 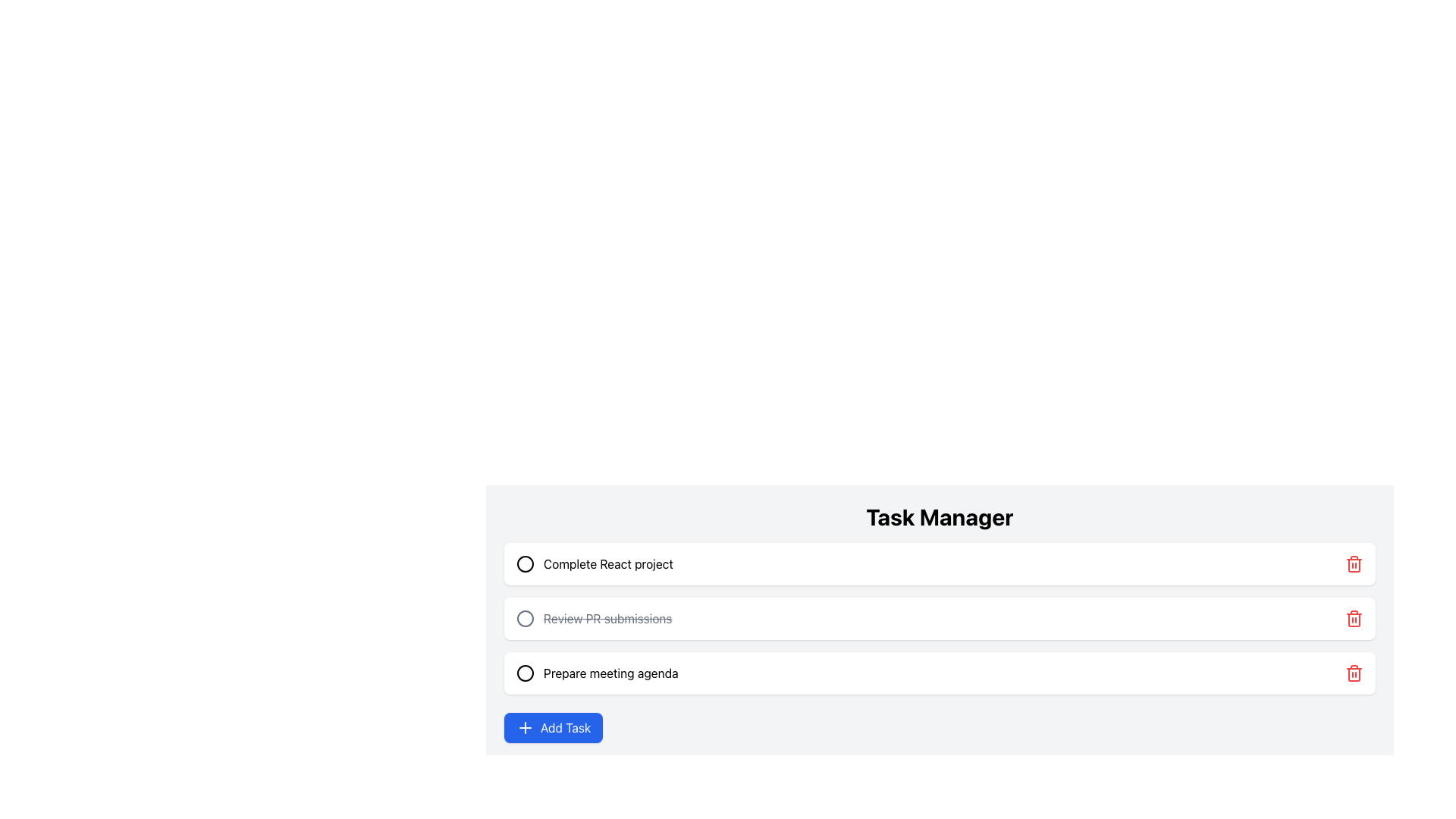 I want to click on the 'Add Task' button, which is a rectangular button with a blue background and white text, located at the bottom left of the Task Manager interface, so click(x=553, y=727).